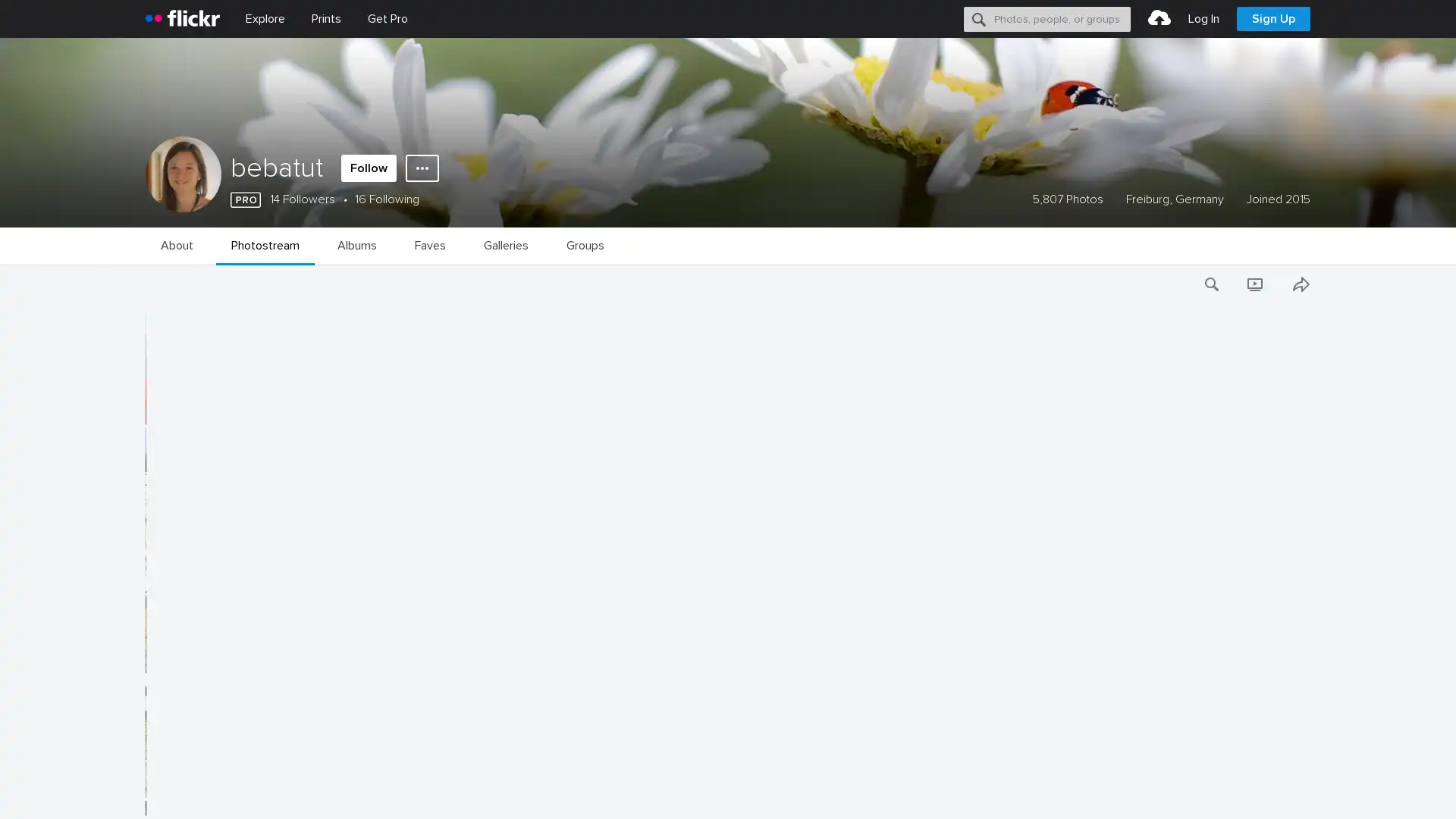 The image size is (1456, 819). Describe the element at coordinates (979, 18) in the screenshot. I see `Search` at that location.